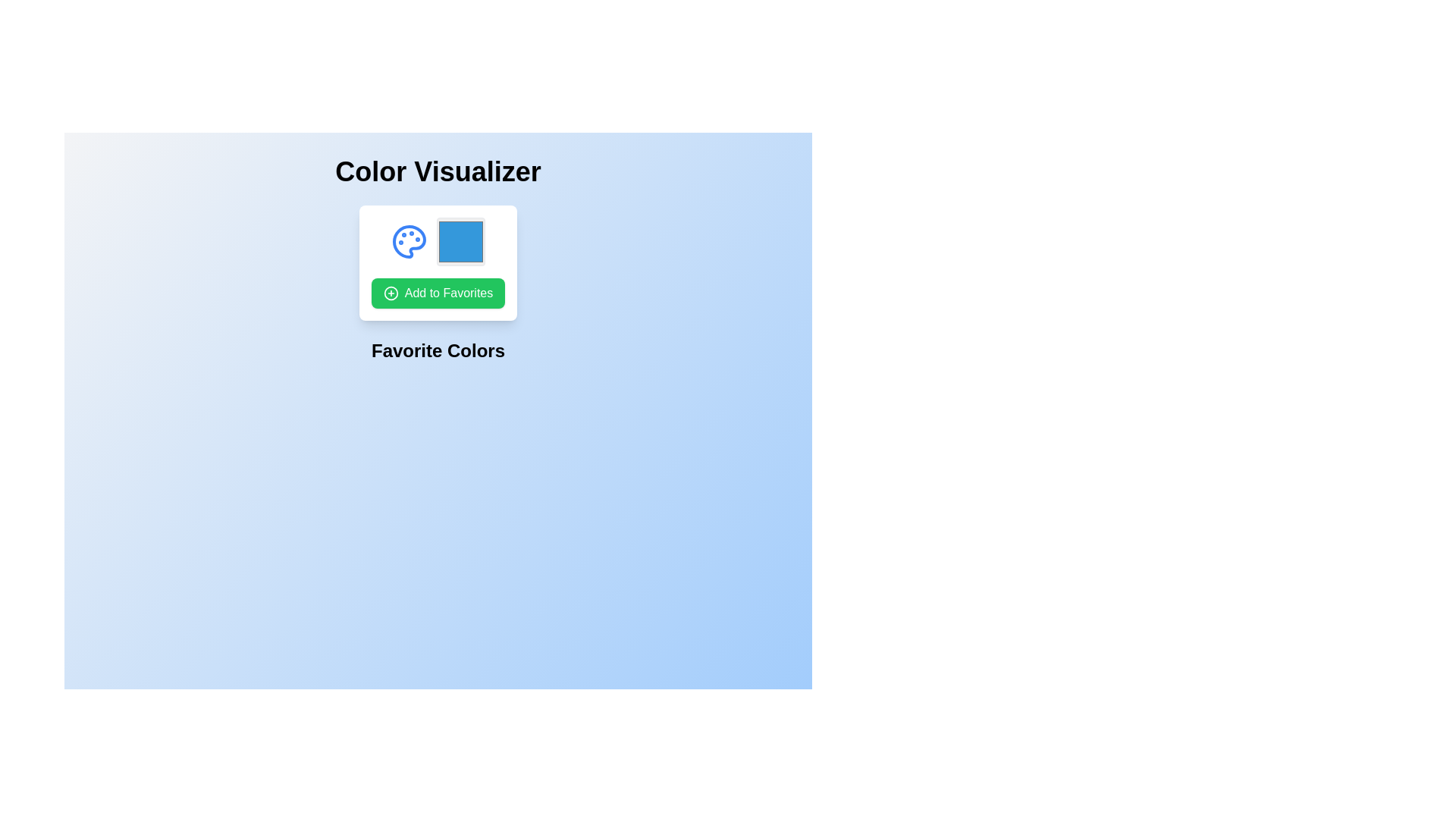  I want to click on the static text label that reads 'Color Visualizer', which is bold and large, positioned at the top of the page above other components like buttons and icons, so click(437, 171).